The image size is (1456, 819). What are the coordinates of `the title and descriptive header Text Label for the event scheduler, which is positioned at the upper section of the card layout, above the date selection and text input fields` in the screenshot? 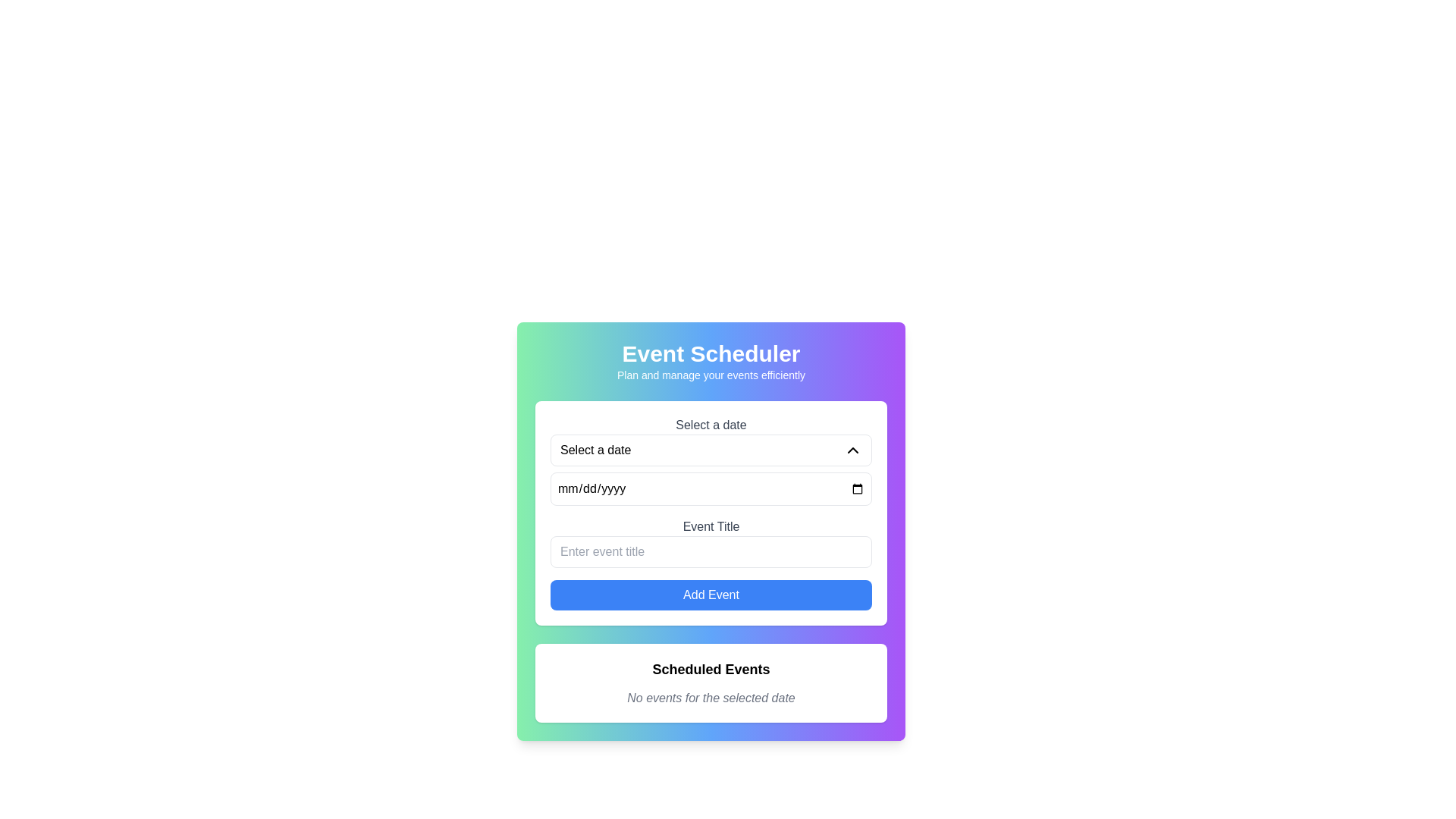 It's located at (710, 362).